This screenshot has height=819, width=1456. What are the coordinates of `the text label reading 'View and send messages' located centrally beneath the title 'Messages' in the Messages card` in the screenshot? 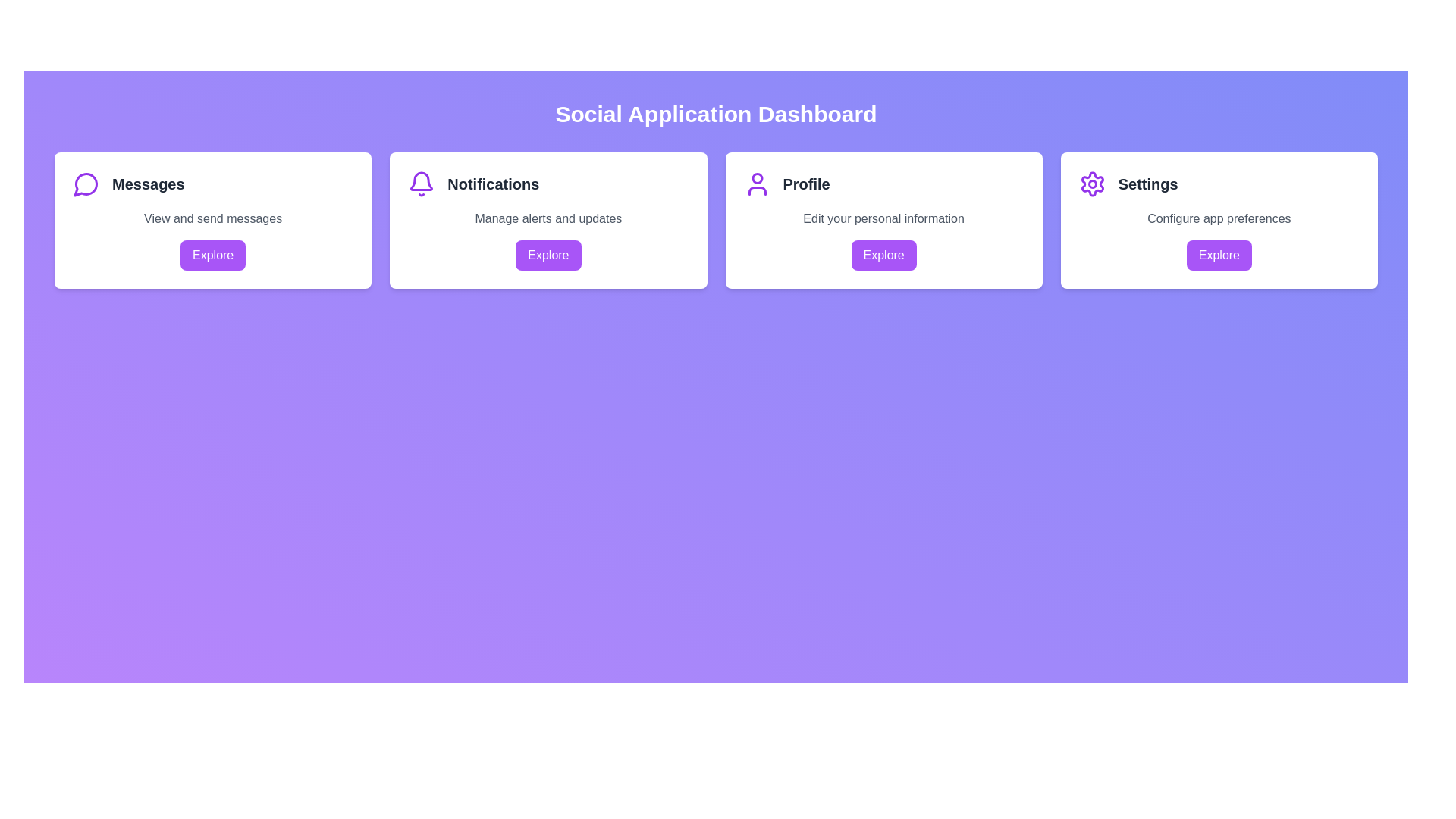 It's located at (212, 219).